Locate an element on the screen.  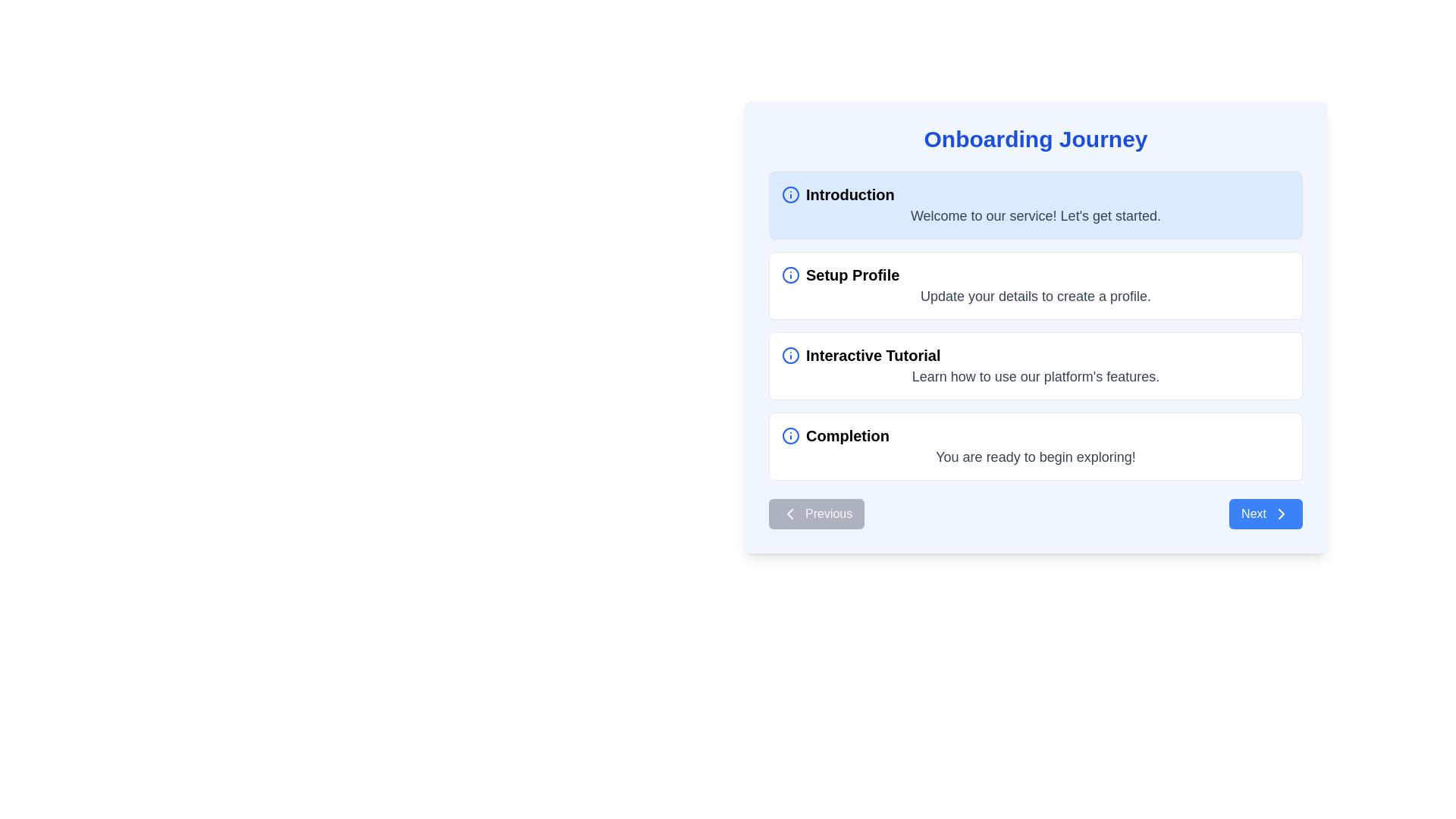
the Informational Card labeled 'Completion' that contains a gray message stating 'You are ready to begin exploring!' and is the last card in a vertically stacked group is located at coordinates (1035, 446).